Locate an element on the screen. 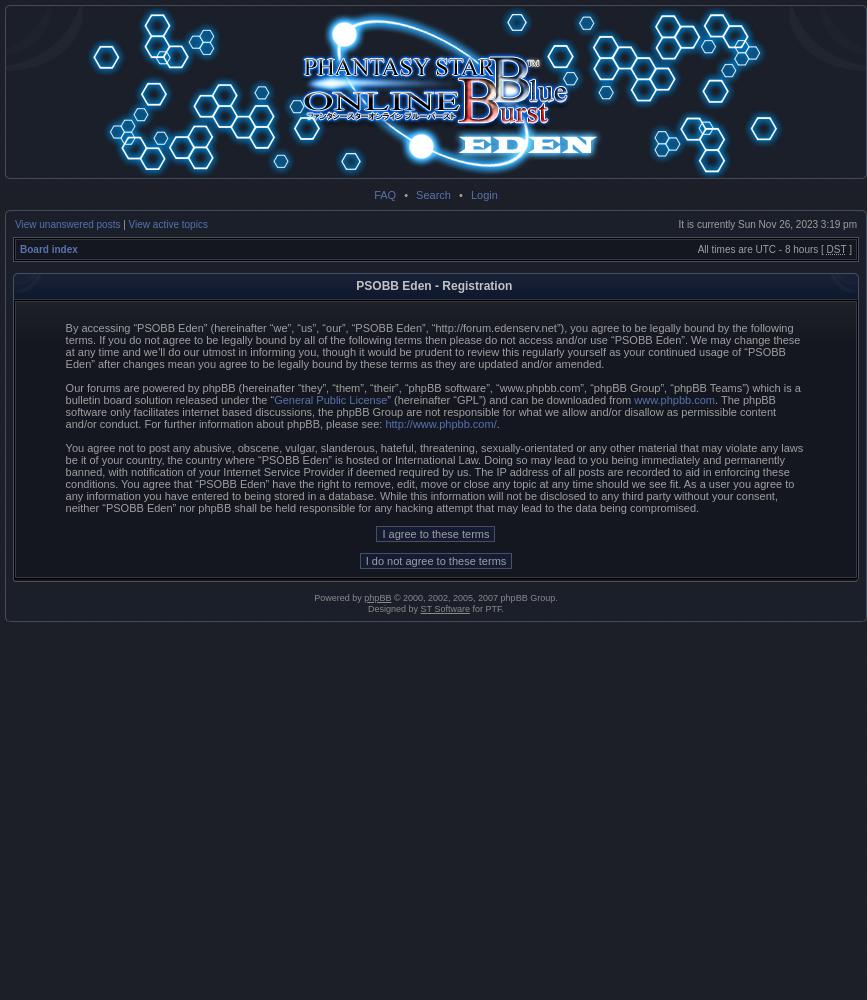 The height and width of the screenshot is (1000, 867). '|' is located at coordinates (123, 223).